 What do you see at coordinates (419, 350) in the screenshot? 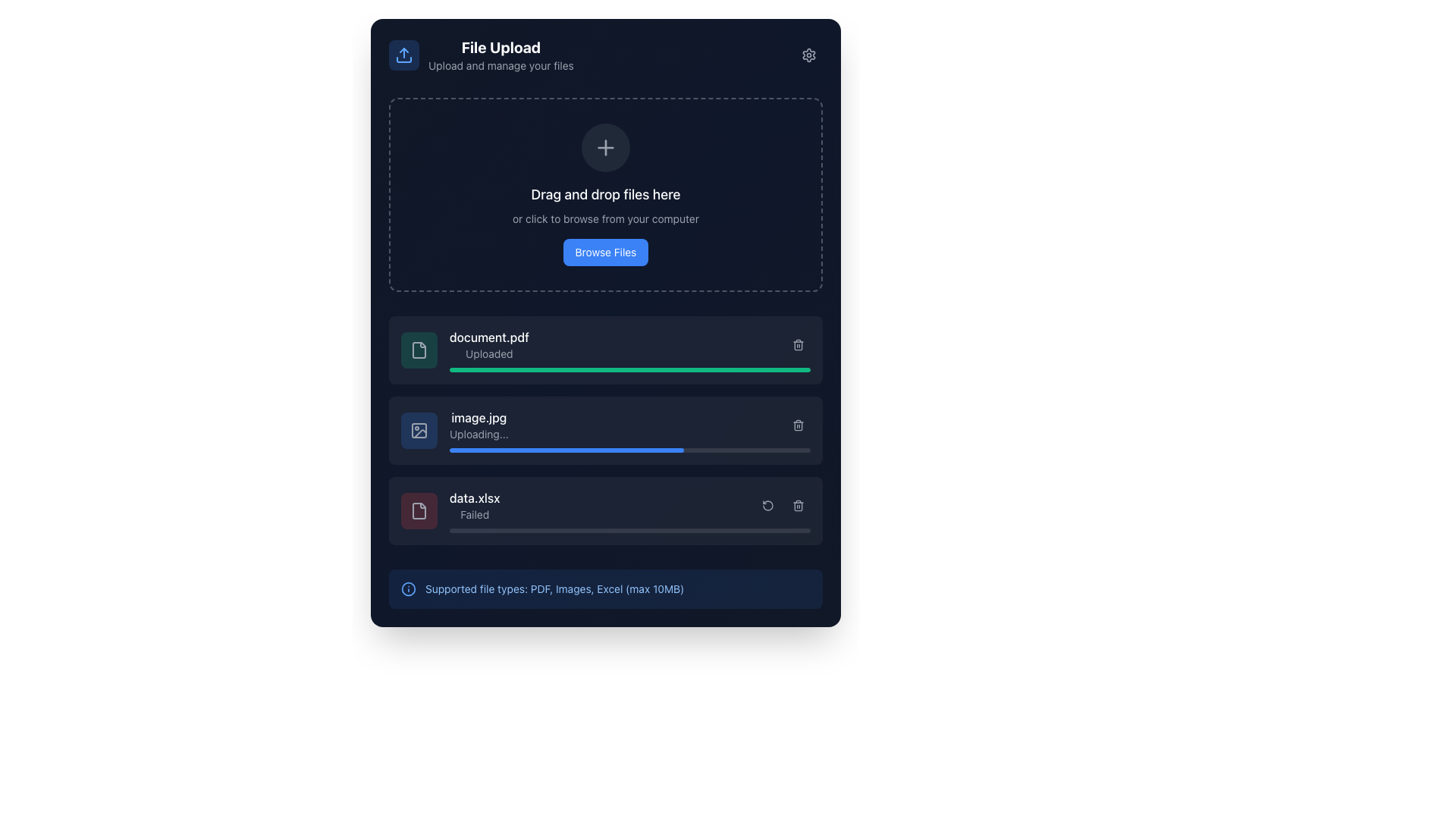
I see `the document icon associated with 'document.pdf' by clicking on the icon located to the left of the file name` at bounding box center [419, 350].